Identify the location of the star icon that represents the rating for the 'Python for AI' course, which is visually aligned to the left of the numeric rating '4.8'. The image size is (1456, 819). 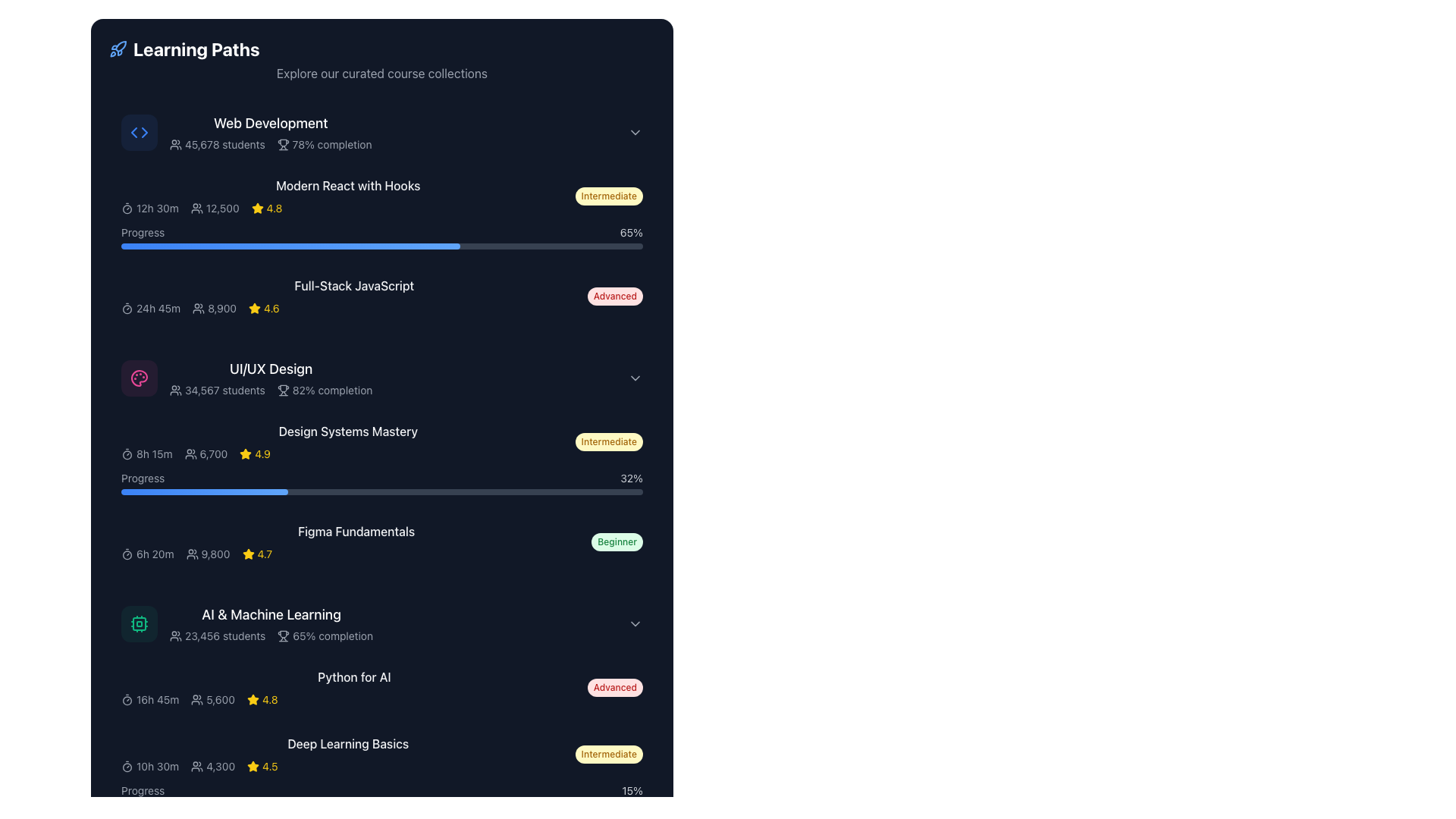
(253, 699).